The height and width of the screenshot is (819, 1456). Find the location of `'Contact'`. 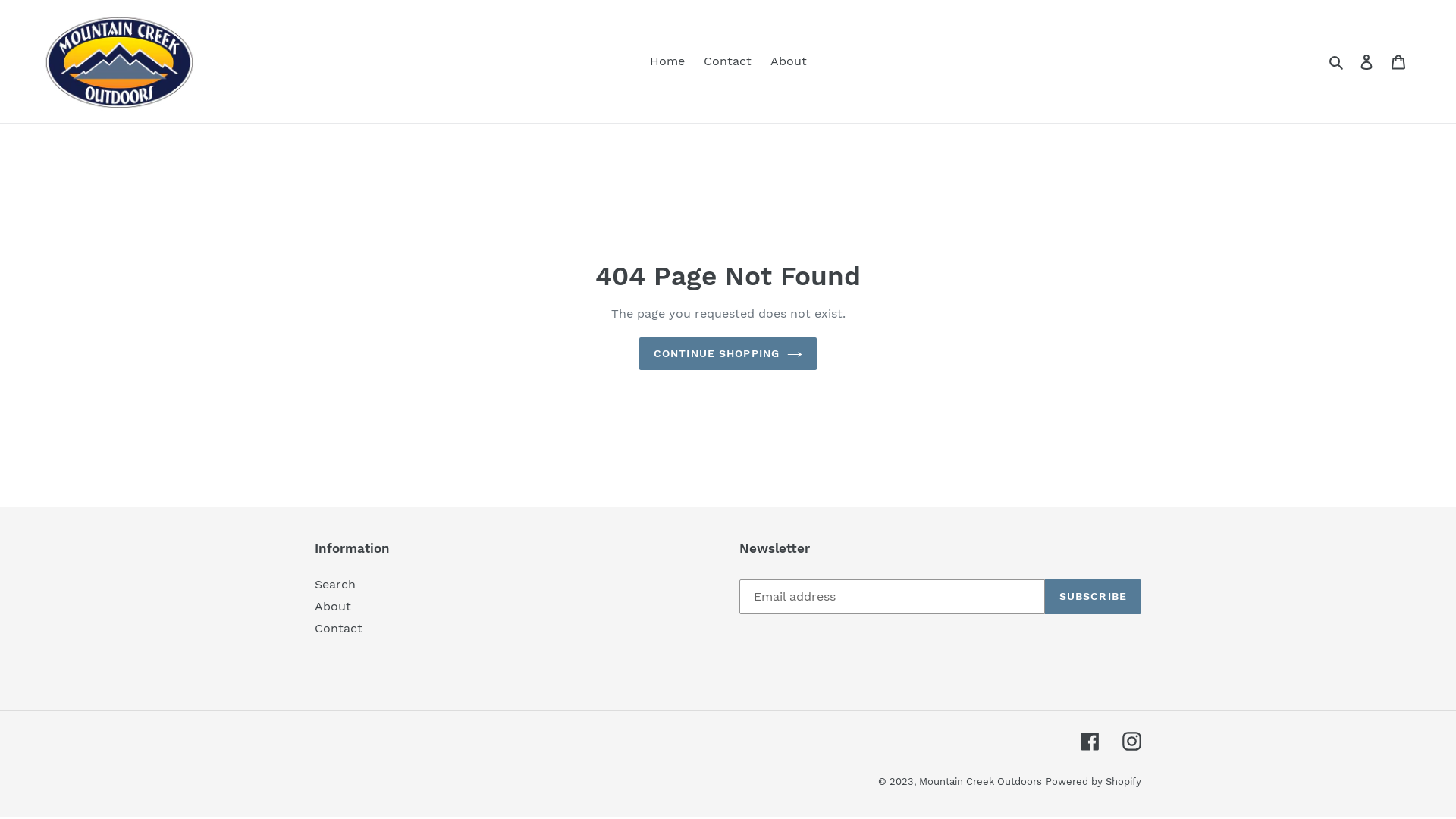

'Contact' is located at coordinates (337, 628).